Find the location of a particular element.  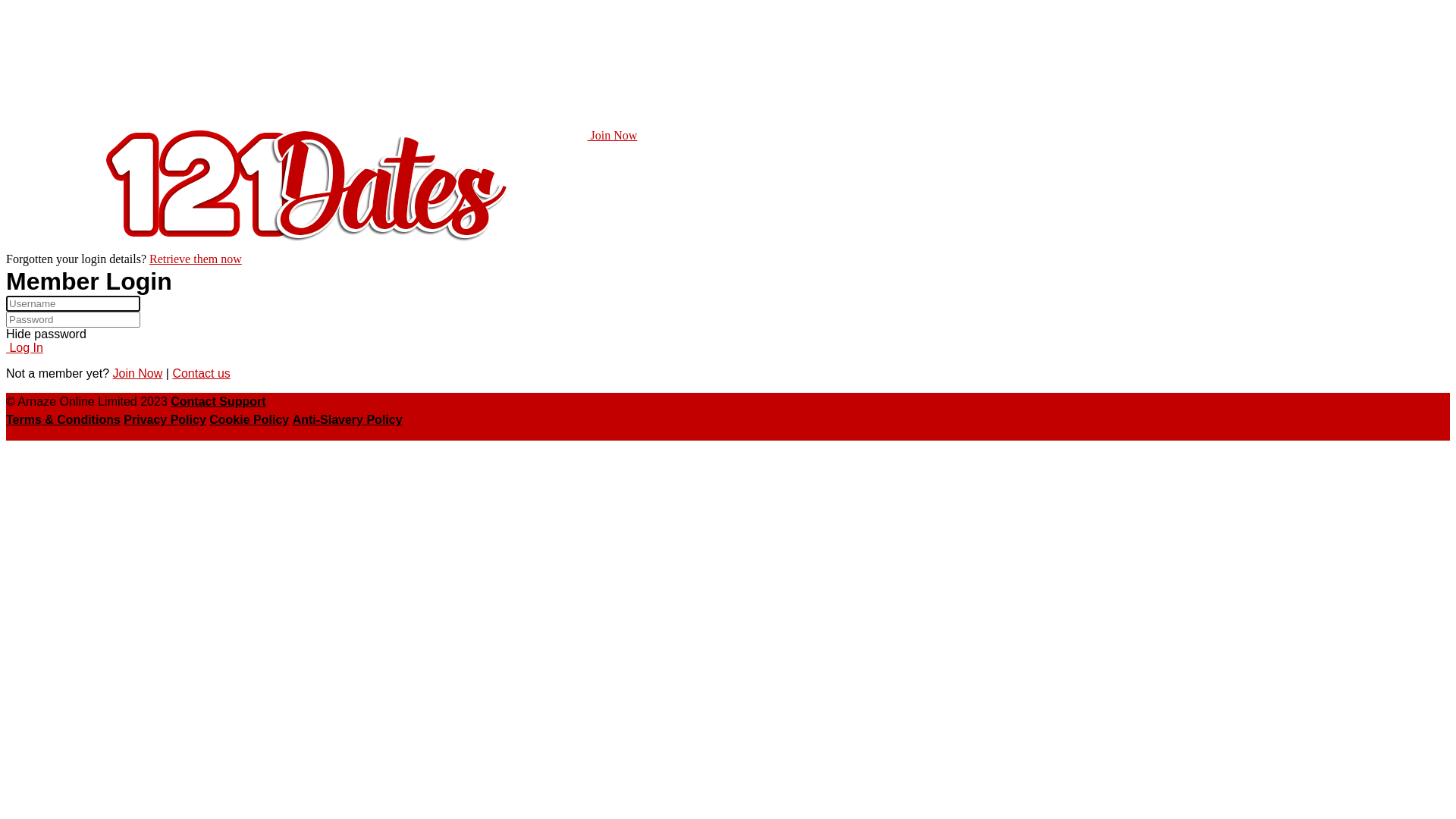

' Log In' is located at coordinates (24, 347).